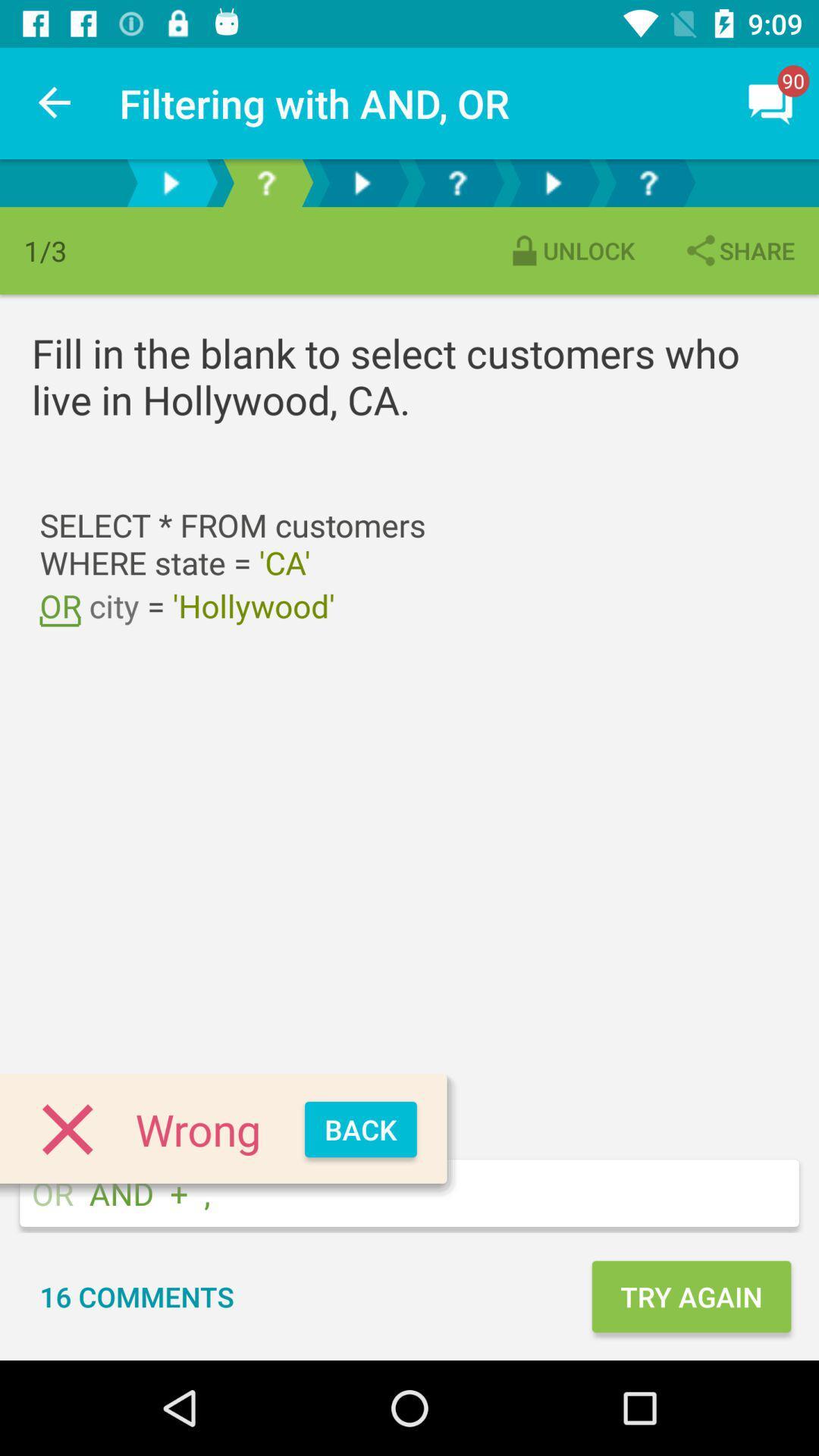 The height and width of the screenshot is (1456, 819). What do you see at coordinates (265, 182) in the screenshot?
I see `step of the quest` at bounding box center [265, 182].